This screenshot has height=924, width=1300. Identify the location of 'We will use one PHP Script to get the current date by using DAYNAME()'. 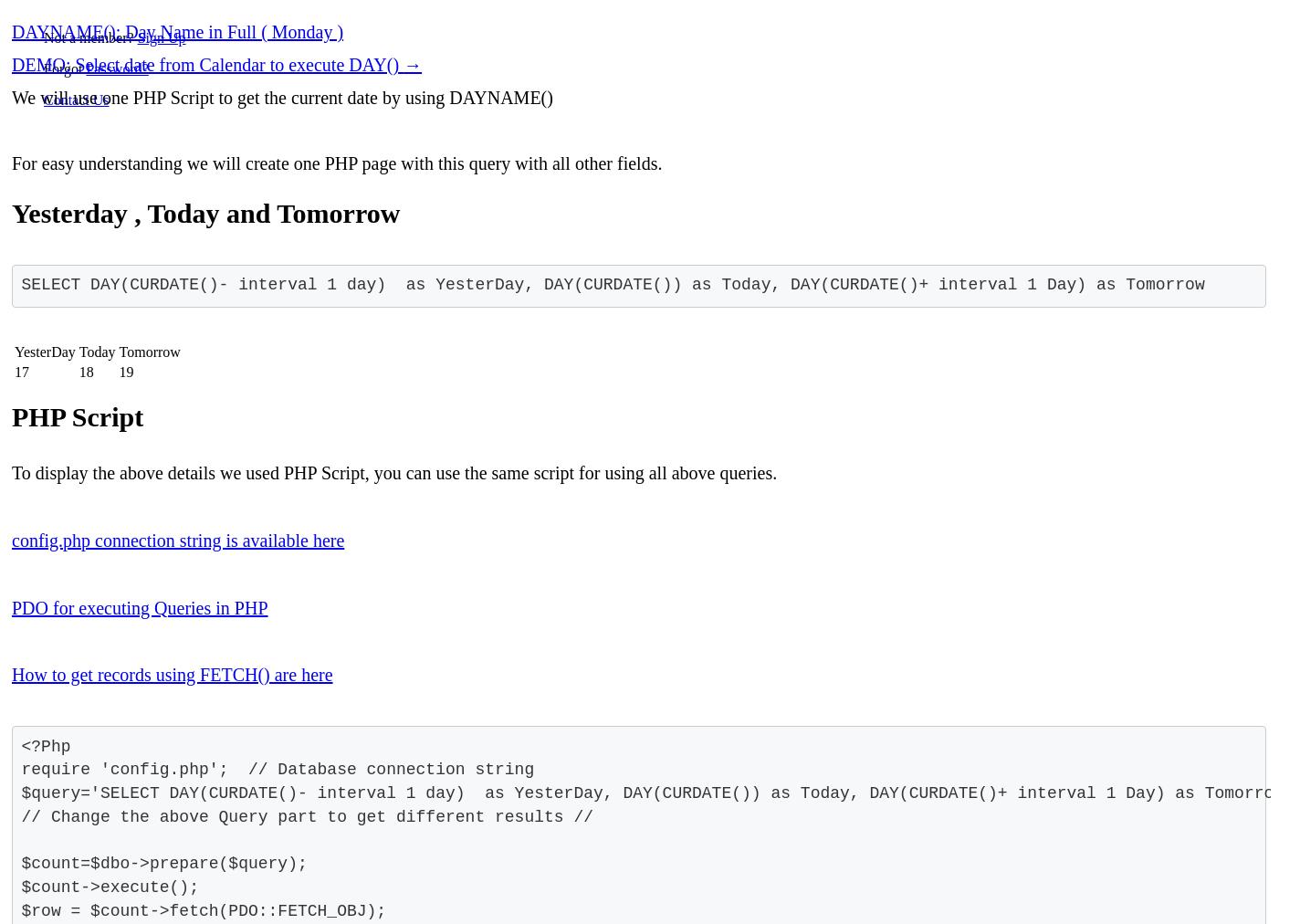
(11, 96).